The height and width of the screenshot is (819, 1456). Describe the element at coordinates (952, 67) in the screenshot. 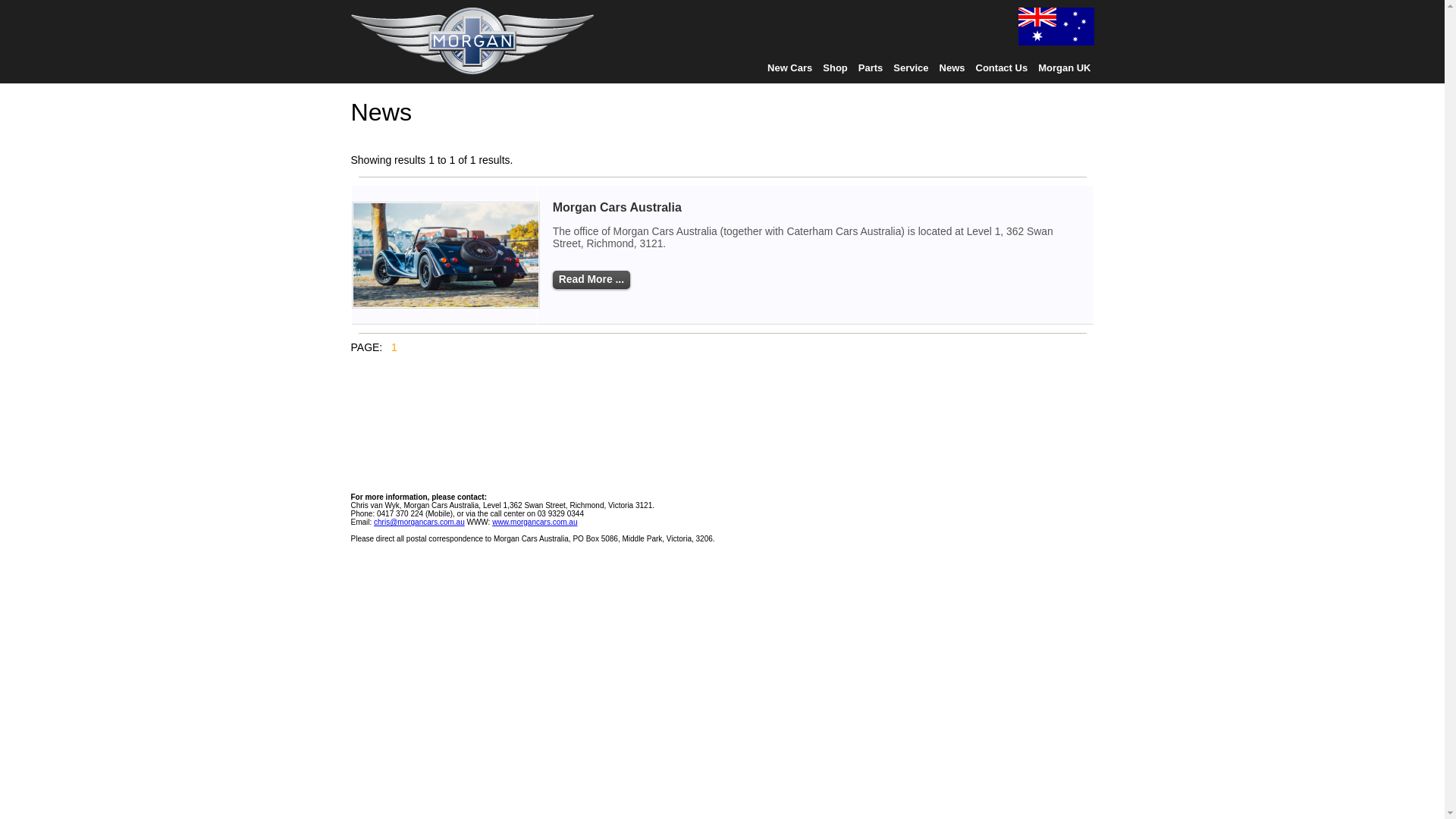

I see `'News'` at that location.